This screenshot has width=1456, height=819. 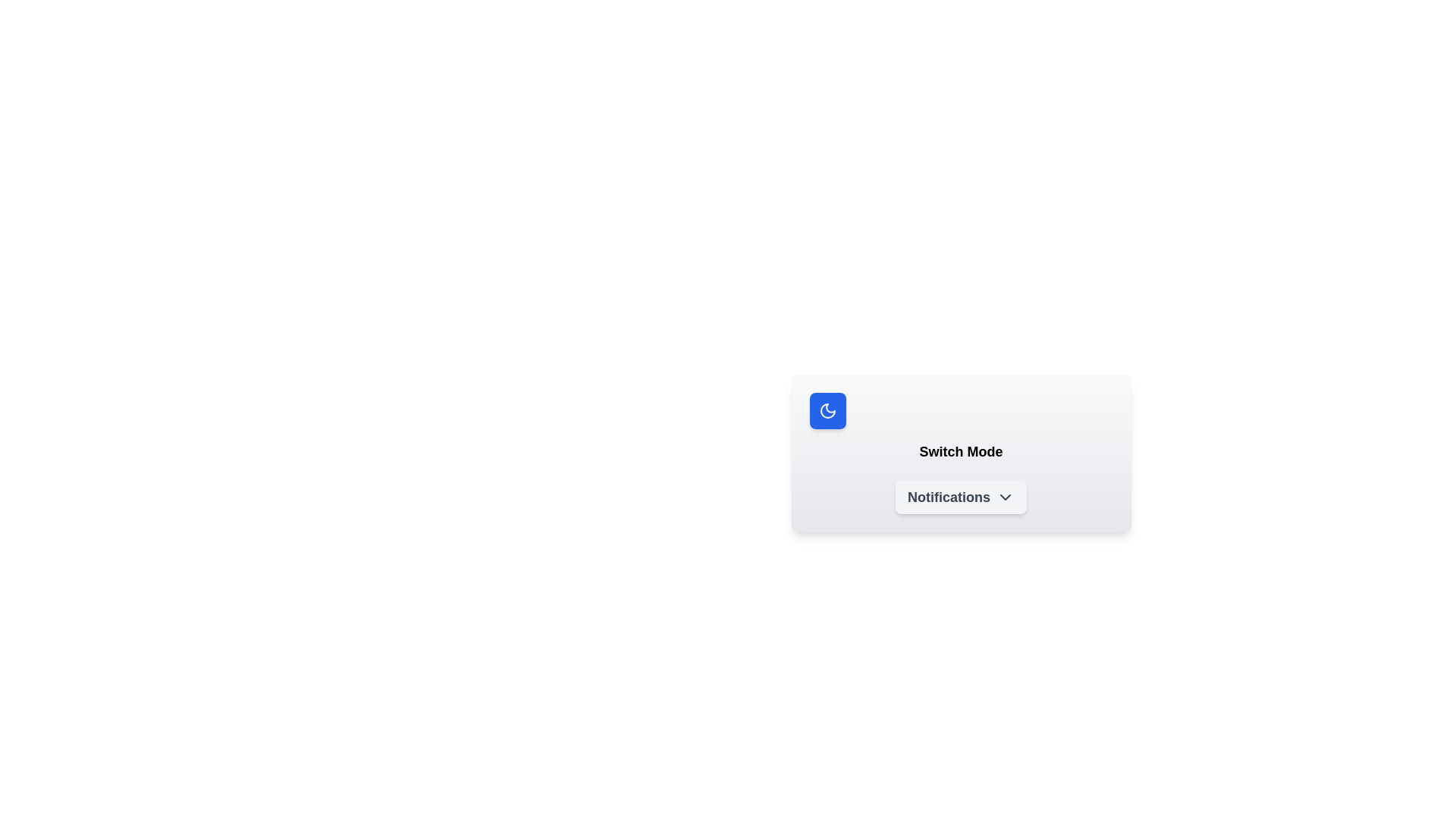 I want to click on the toggle button for night mode/day mode, which is represented by a moon icon, so click(x=827, y=411).